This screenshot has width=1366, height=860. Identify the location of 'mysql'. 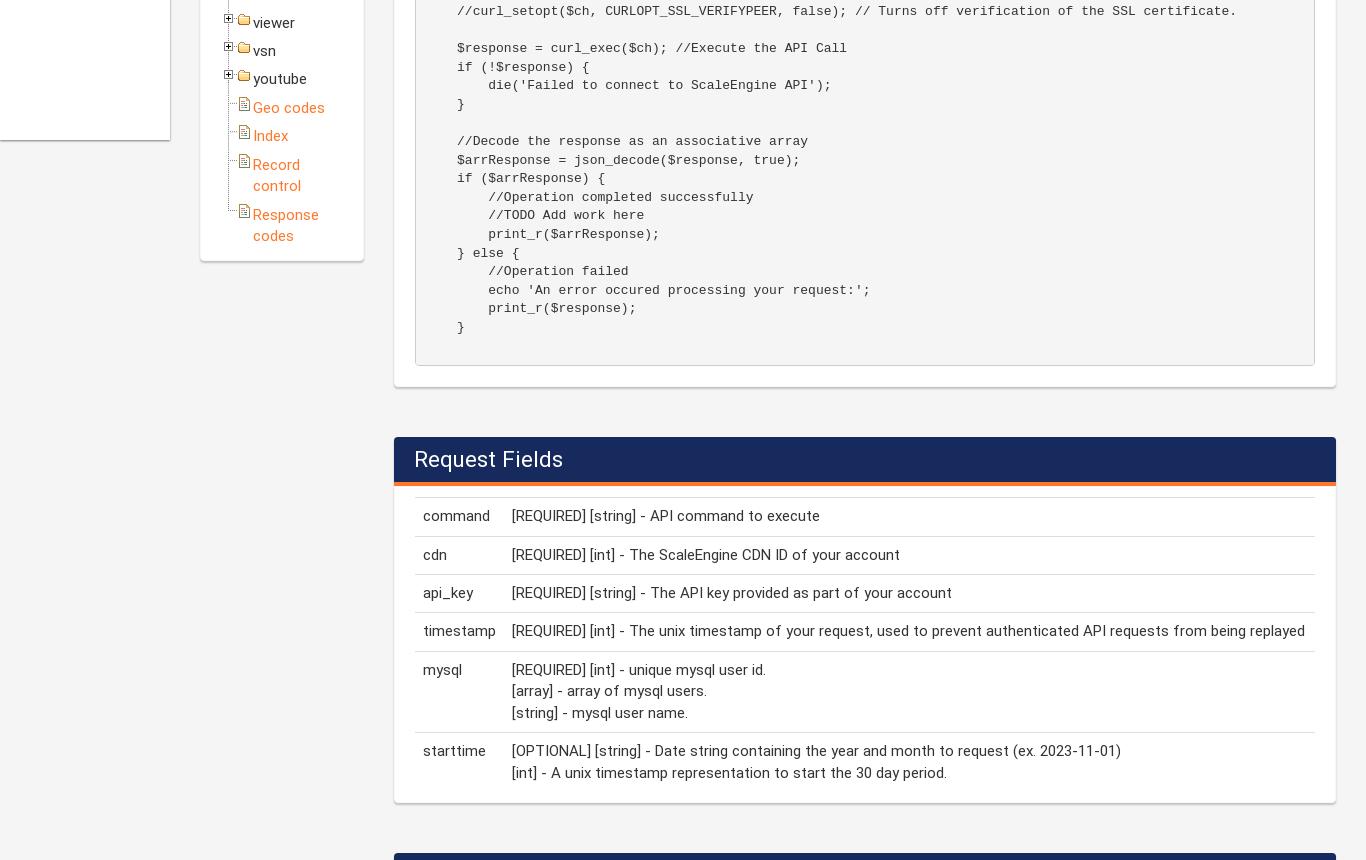
(441, 668).